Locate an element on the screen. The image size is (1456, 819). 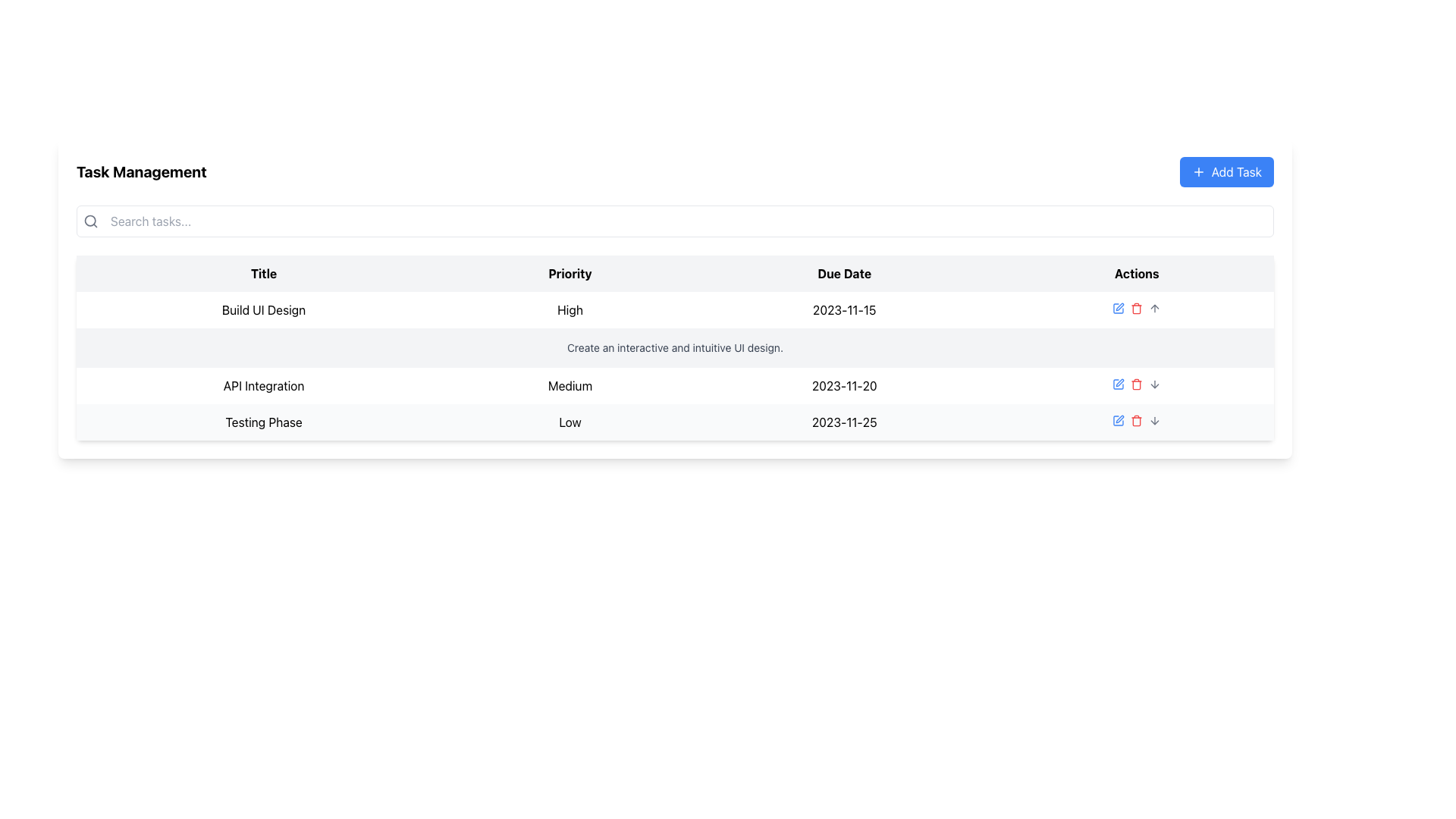
the Text element in the 'Title' column of the data table to focus on it is located at coordinates (263, 422).